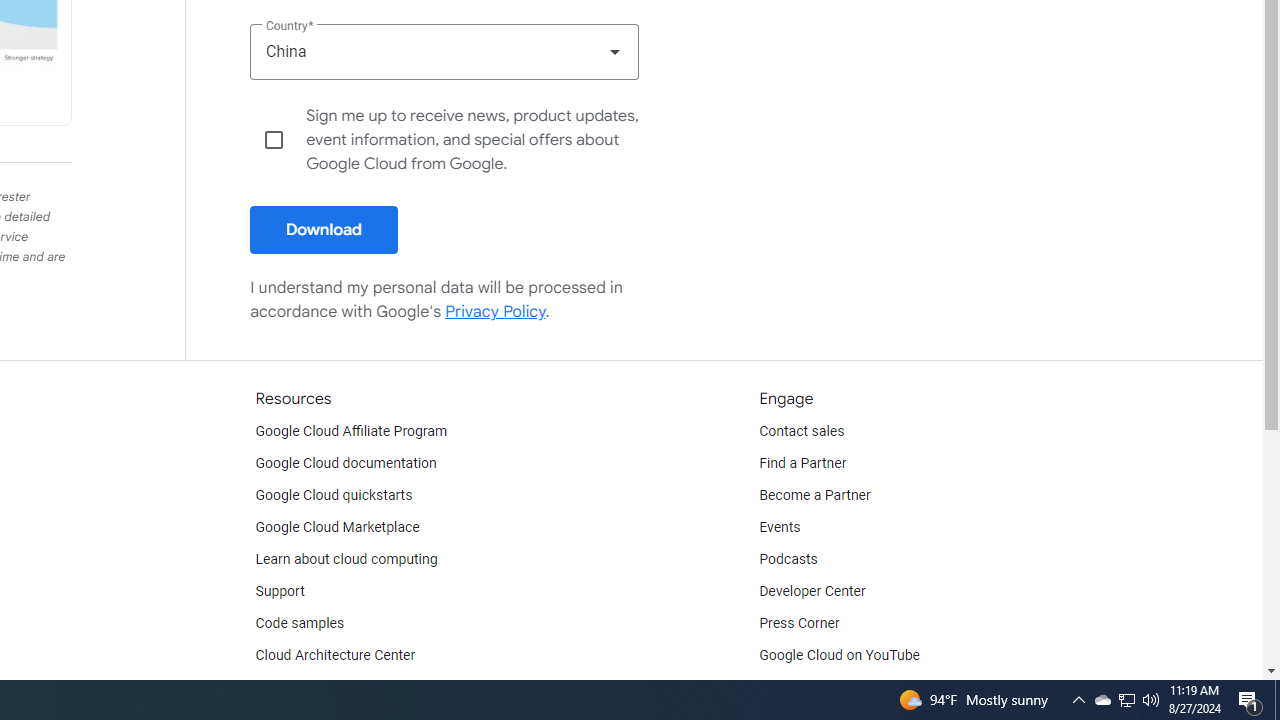 This screenshot has width=1280, height=720. Describe the element at coordinates (351, 431) in the screenshot. I see `'Google Cloud Affiliate Program'` at that location.